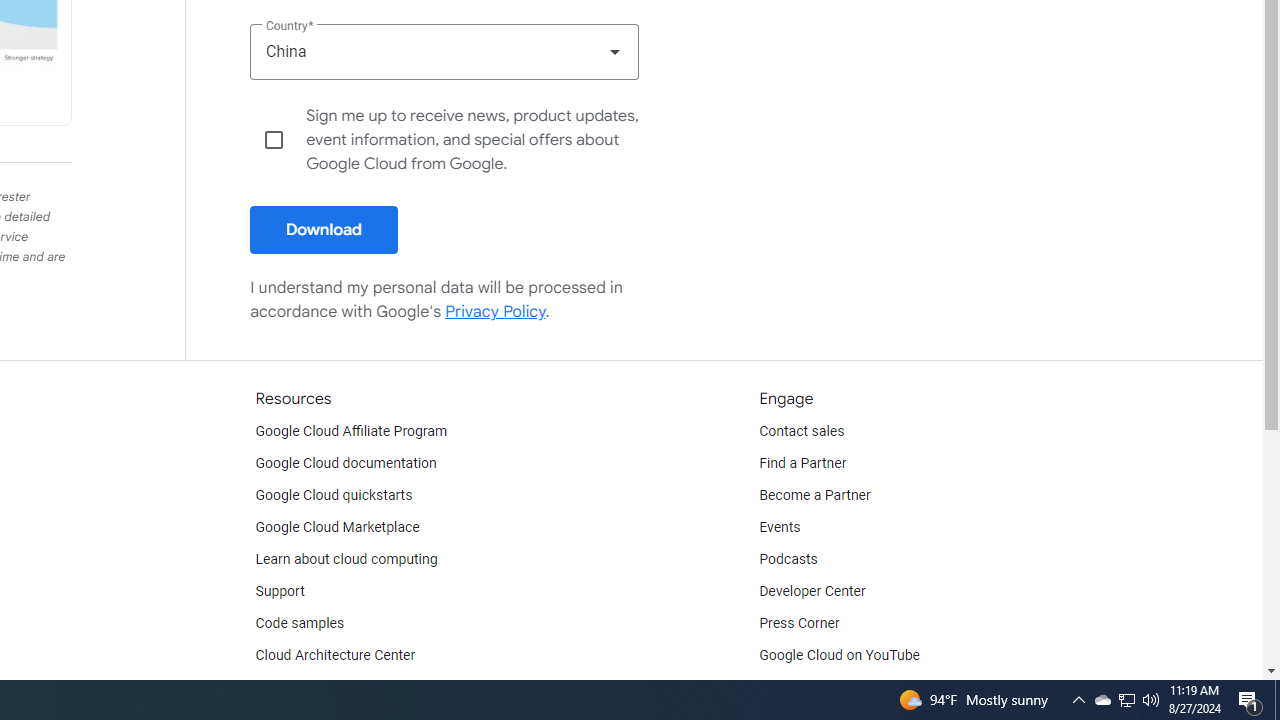 This screenshot has width=1280, height=720. Describe the element at coordinates (351, 431) in the screenshot. I see `'Google Cloud Affiliate Program'` at that location.